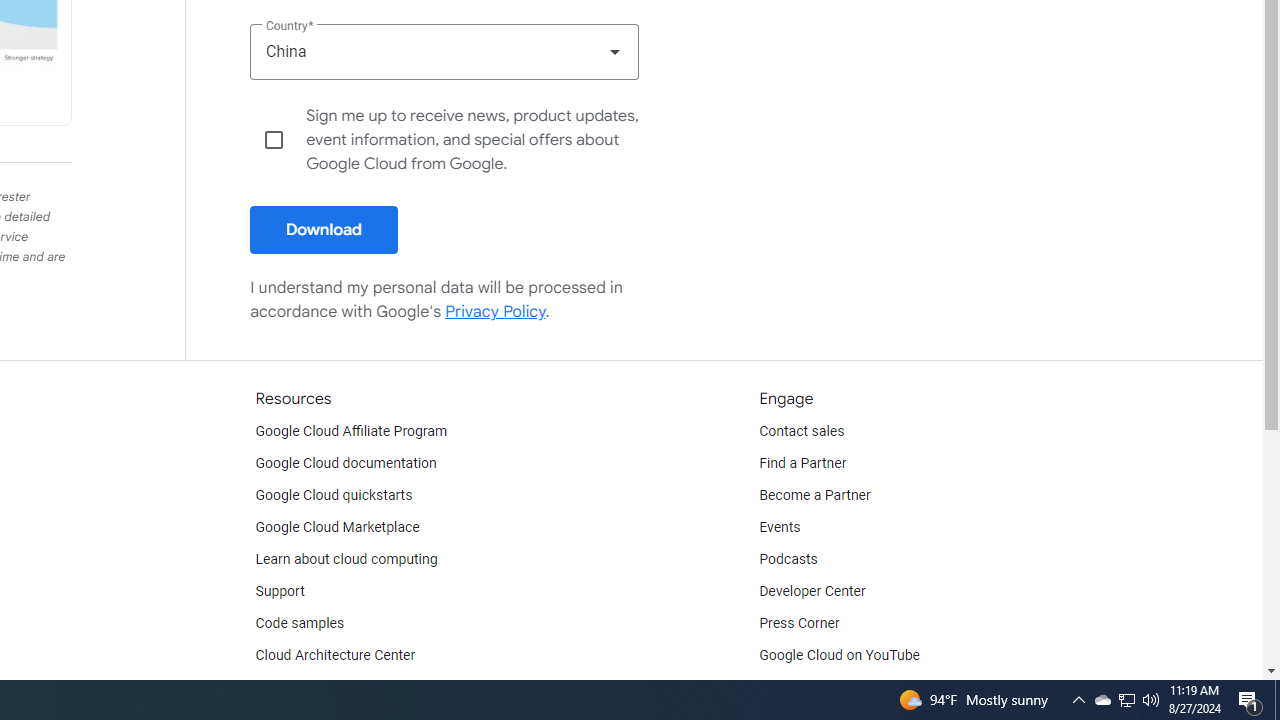 This screenshot has width=1280, height=720. Describe the element at coordinates (351, 431) in the screenshot. I see `'Google Cloud Affiliate Program'` at that location.